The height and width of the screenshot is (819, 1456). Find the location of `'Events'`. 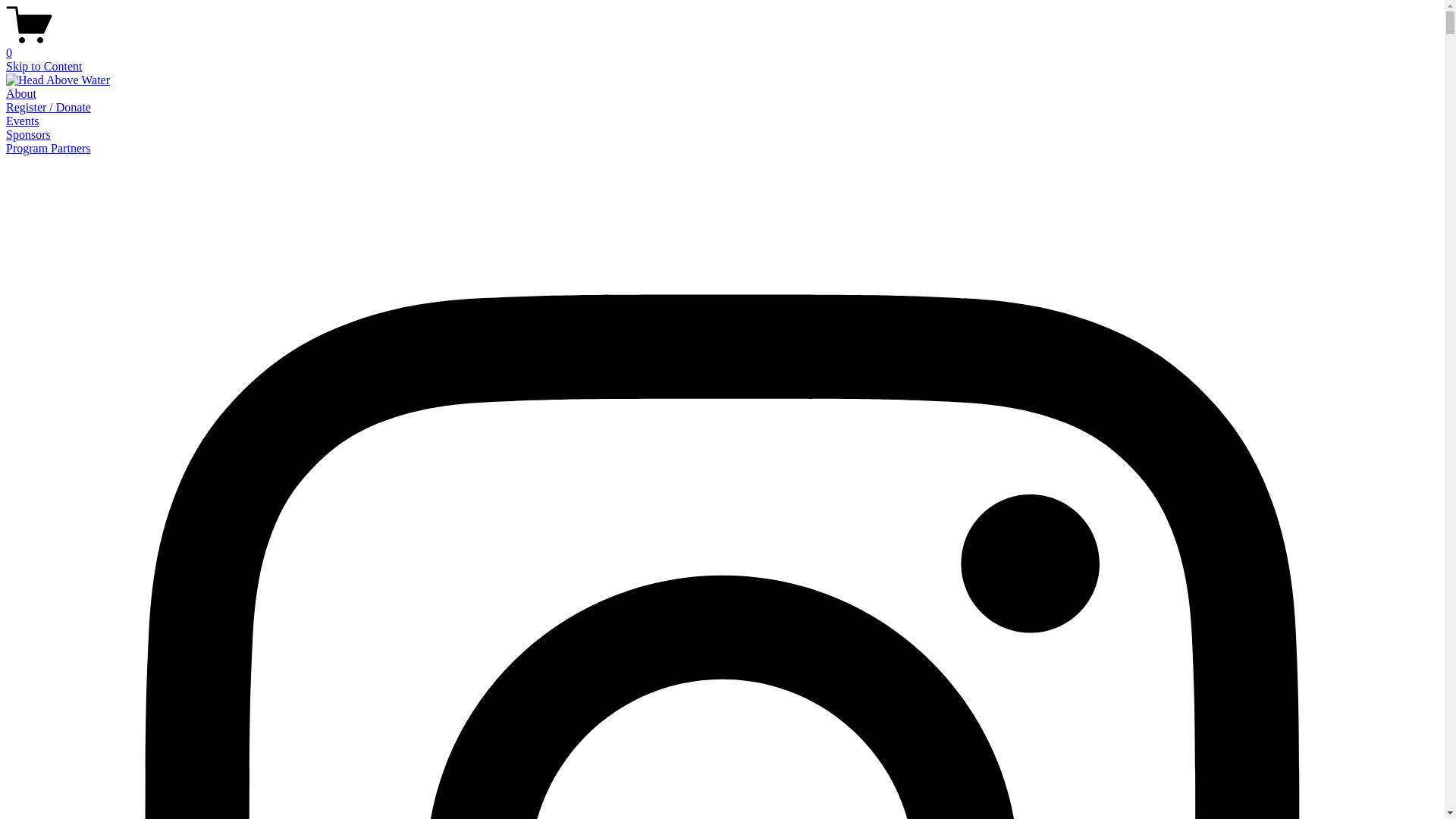

'Events' is located at coordinates (22, 120).